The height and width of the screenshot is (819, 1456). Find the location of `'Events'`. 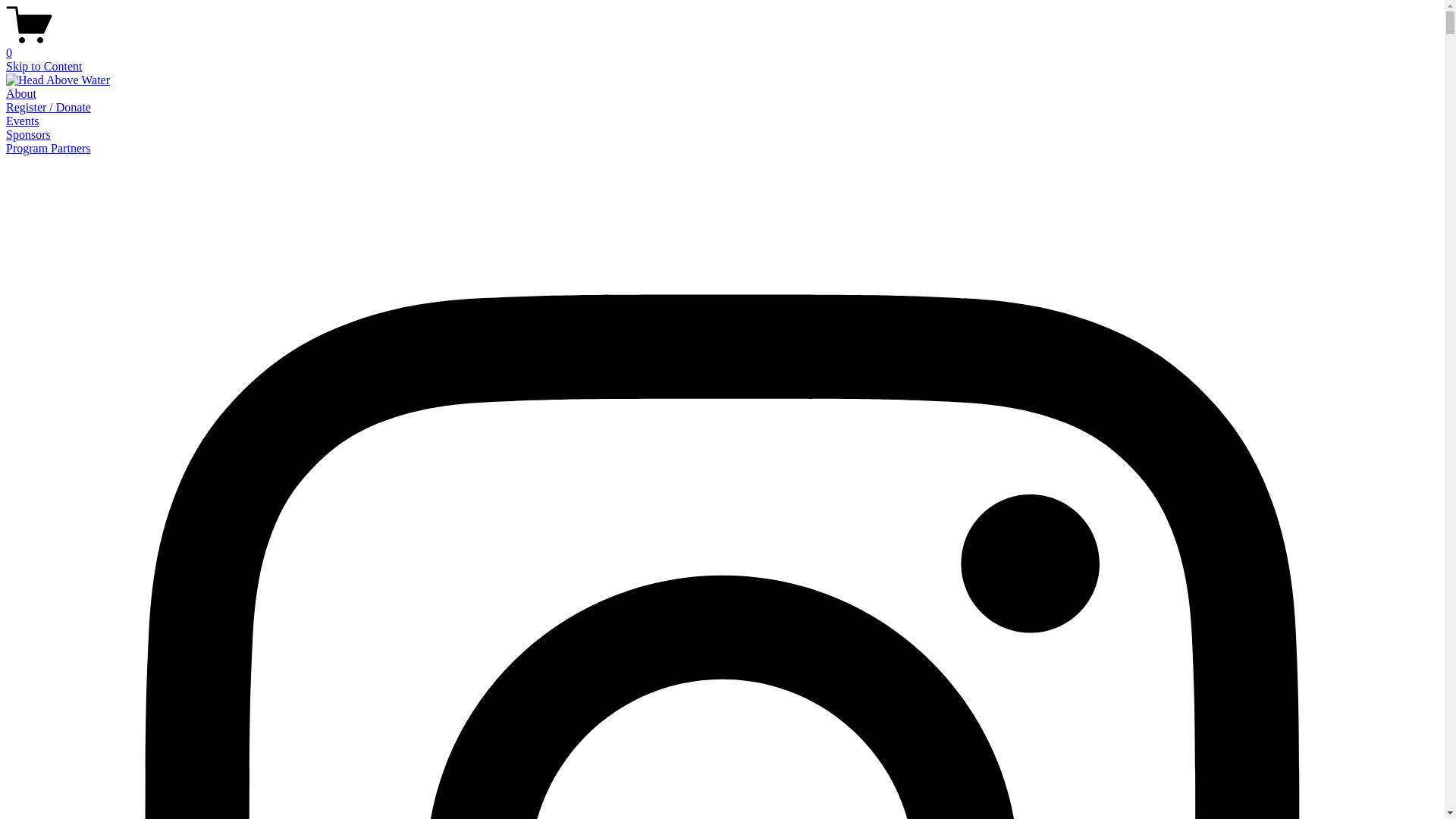

'Events' is located at coordinates (22, 120).